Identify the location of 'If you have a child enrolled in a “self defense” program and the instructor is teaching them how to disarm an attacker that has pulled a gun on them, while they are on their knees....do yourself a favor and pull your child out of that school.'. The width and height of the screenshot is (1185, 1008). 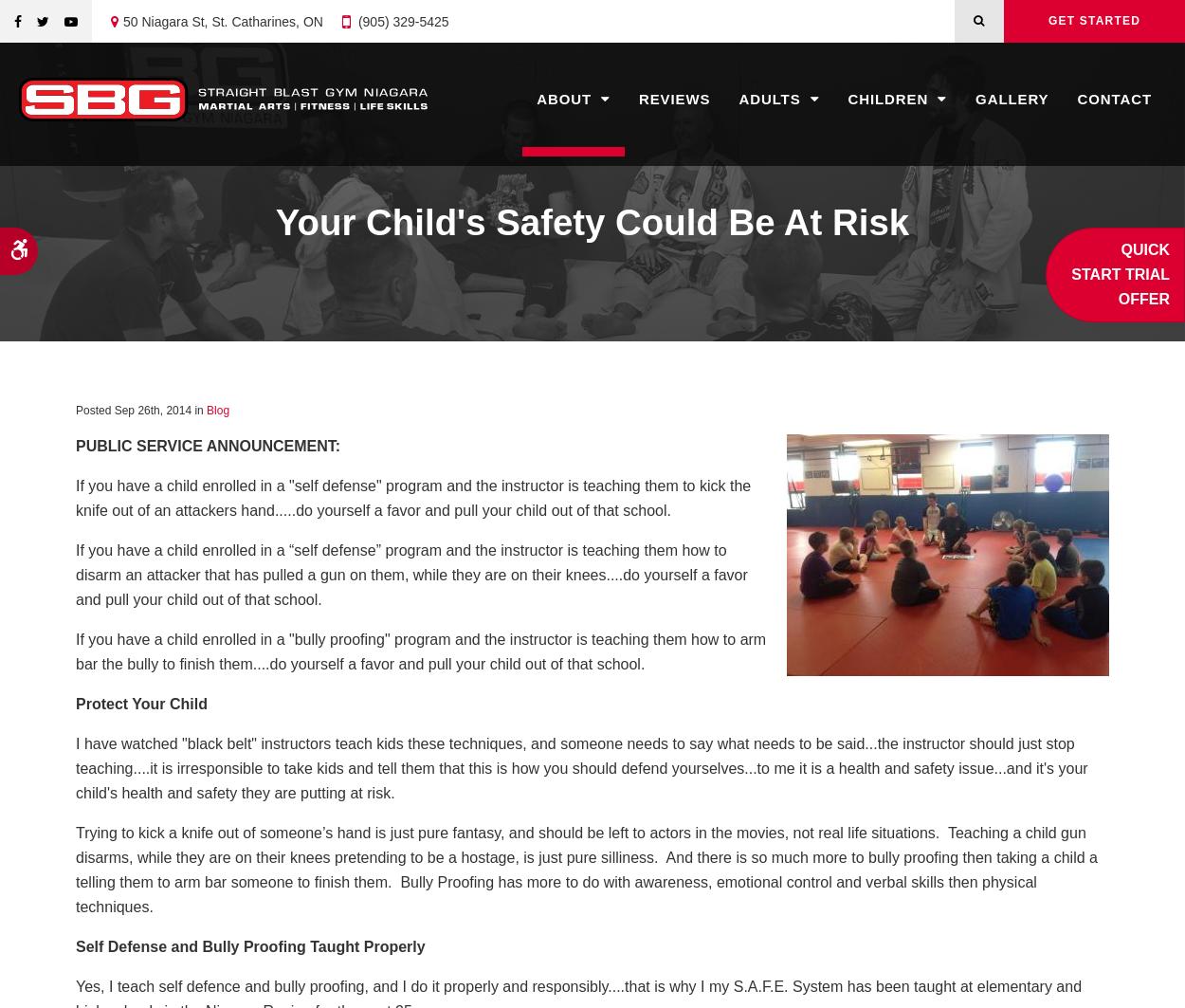
(411, 574).